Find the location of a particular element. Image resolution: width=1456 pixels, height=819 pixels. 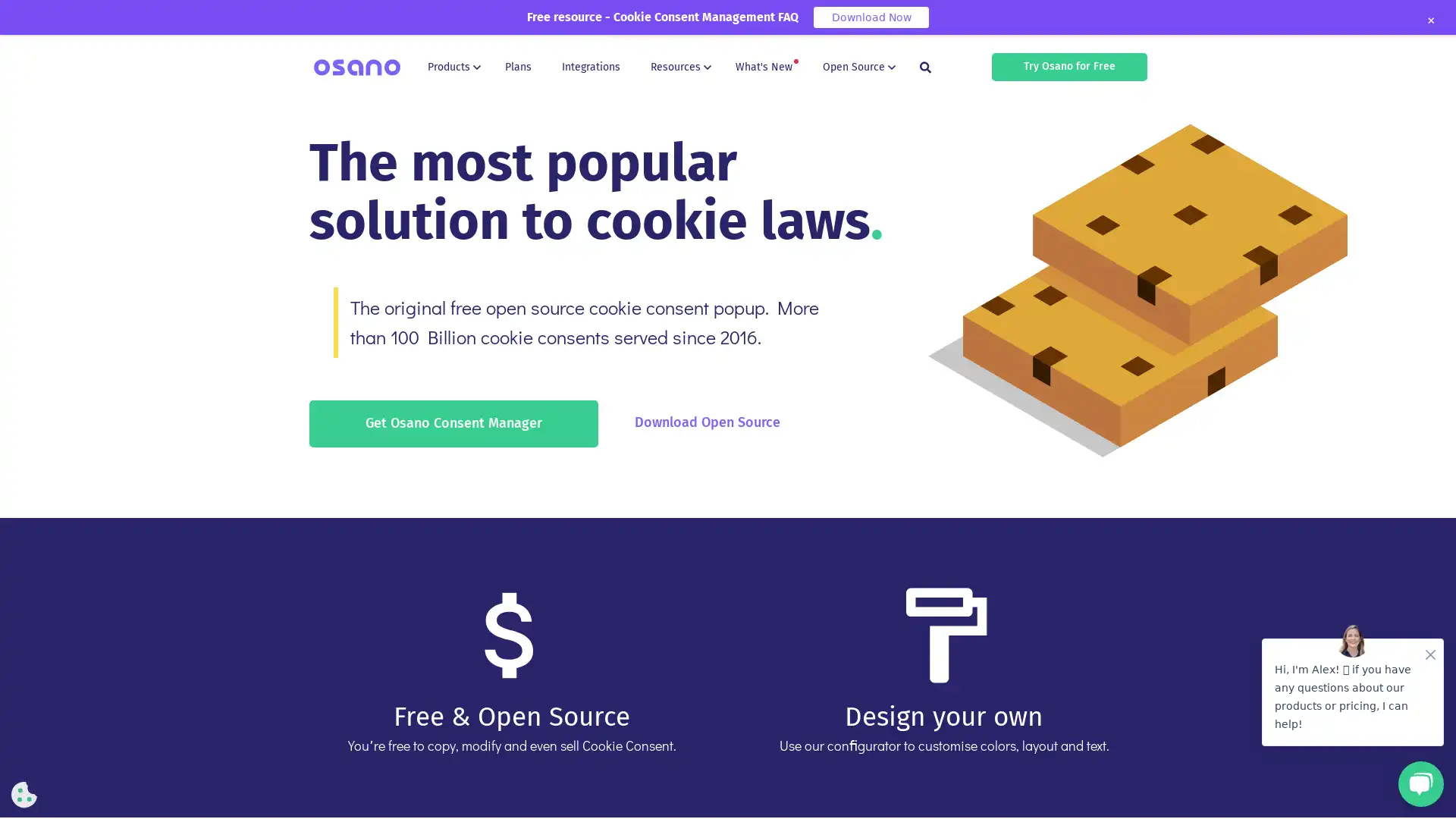

Cookie Preferences is located at coordinates (24, 794).